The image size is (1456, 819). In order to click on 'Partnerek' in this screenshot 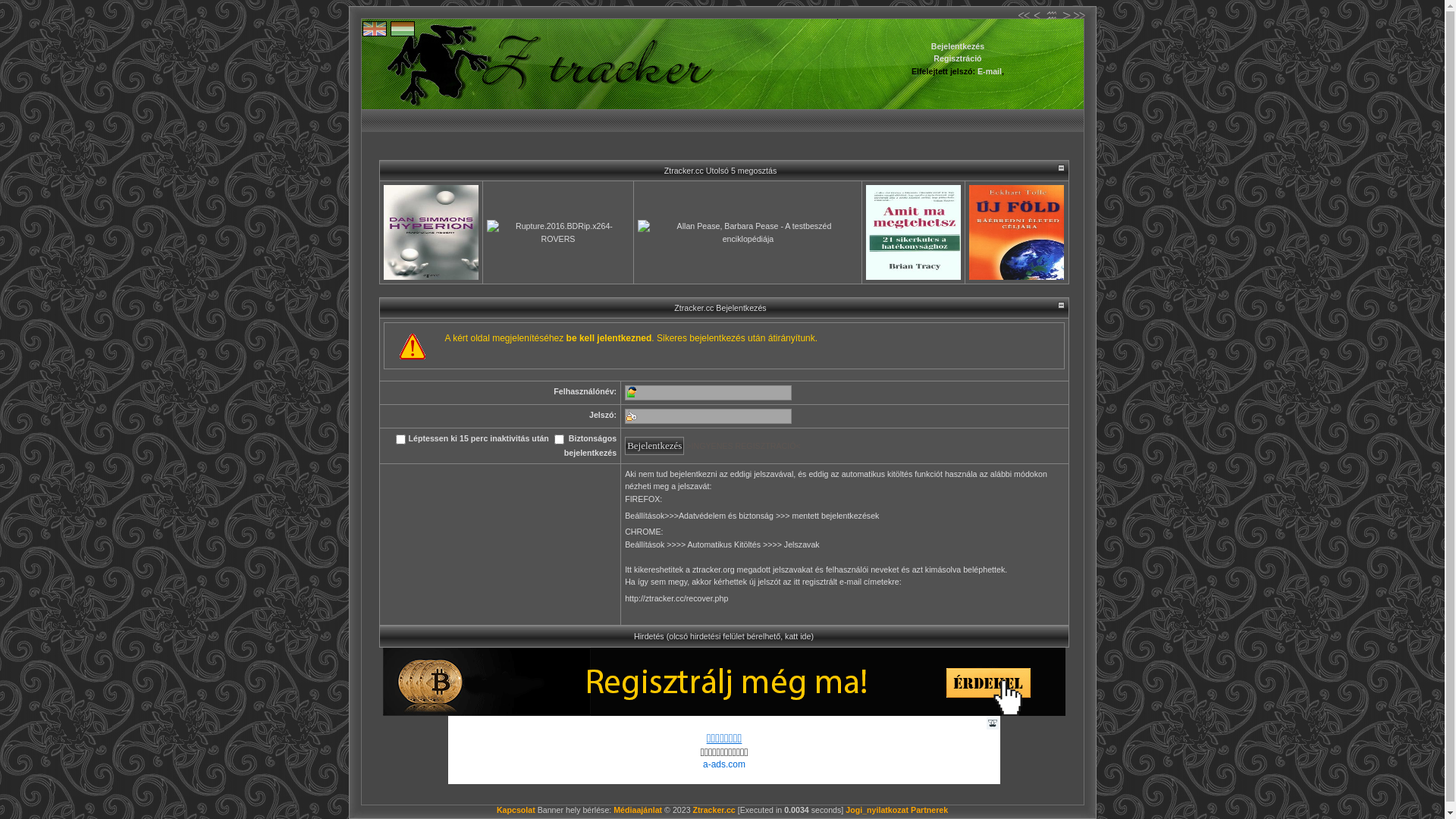, I will do `click(928, 809)`.